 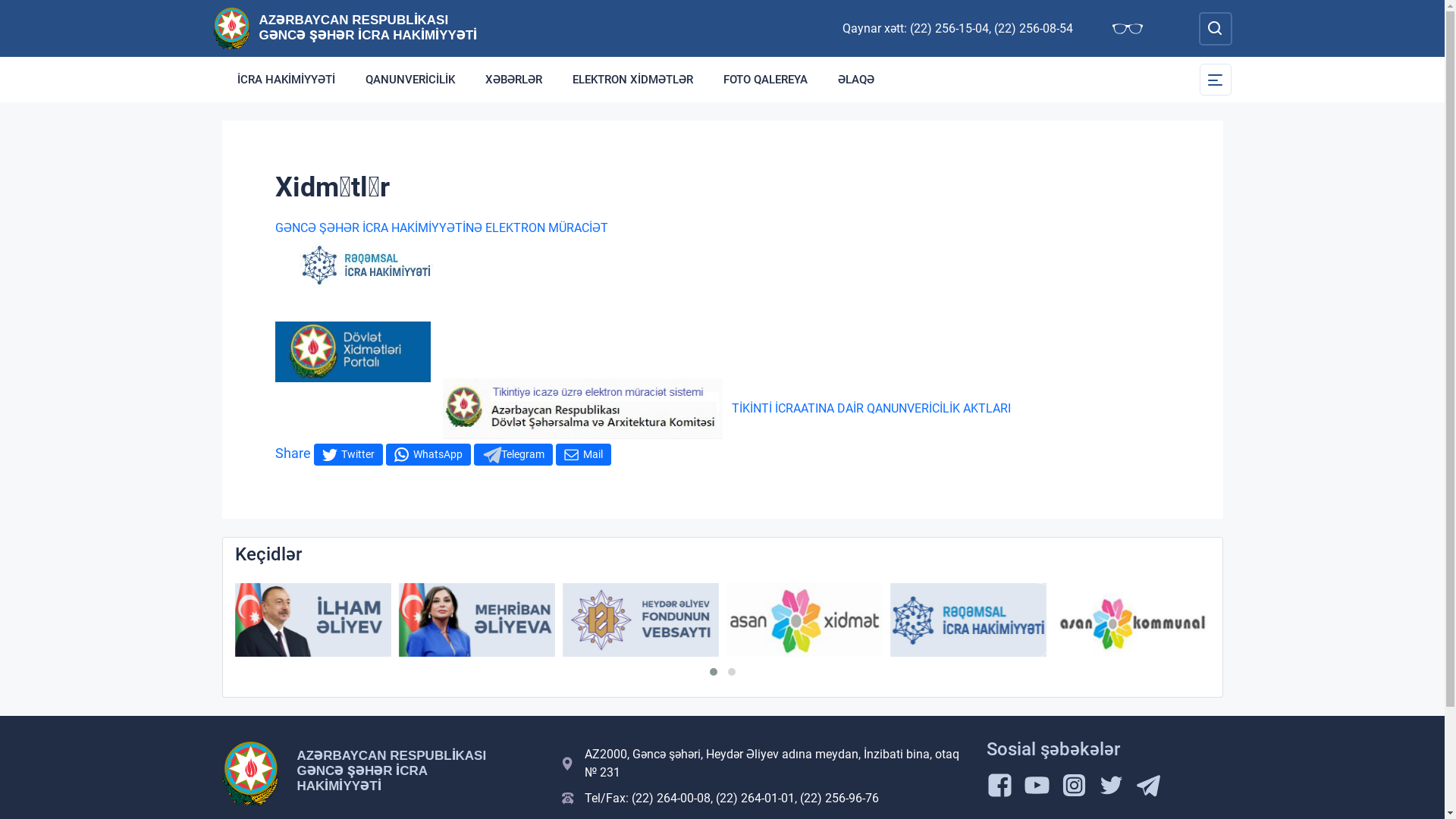 What do you see at coordinates (513, 453) in the screenshot?
I see `'Telegram'` at bounding box center [513, 453].